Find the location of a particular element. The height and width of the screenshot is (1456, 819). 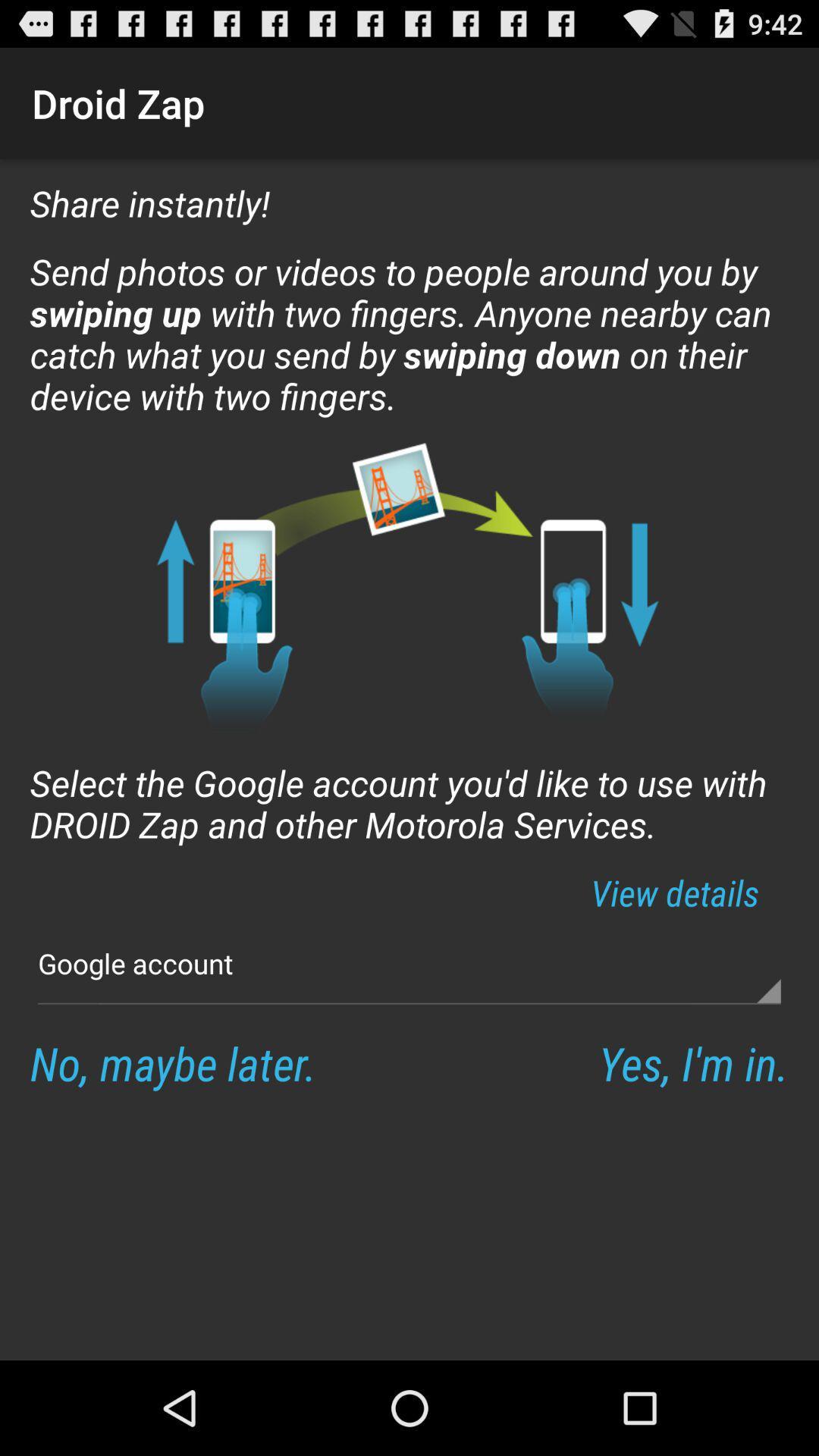

the yes i m app is located at coordinates (693, 1062).